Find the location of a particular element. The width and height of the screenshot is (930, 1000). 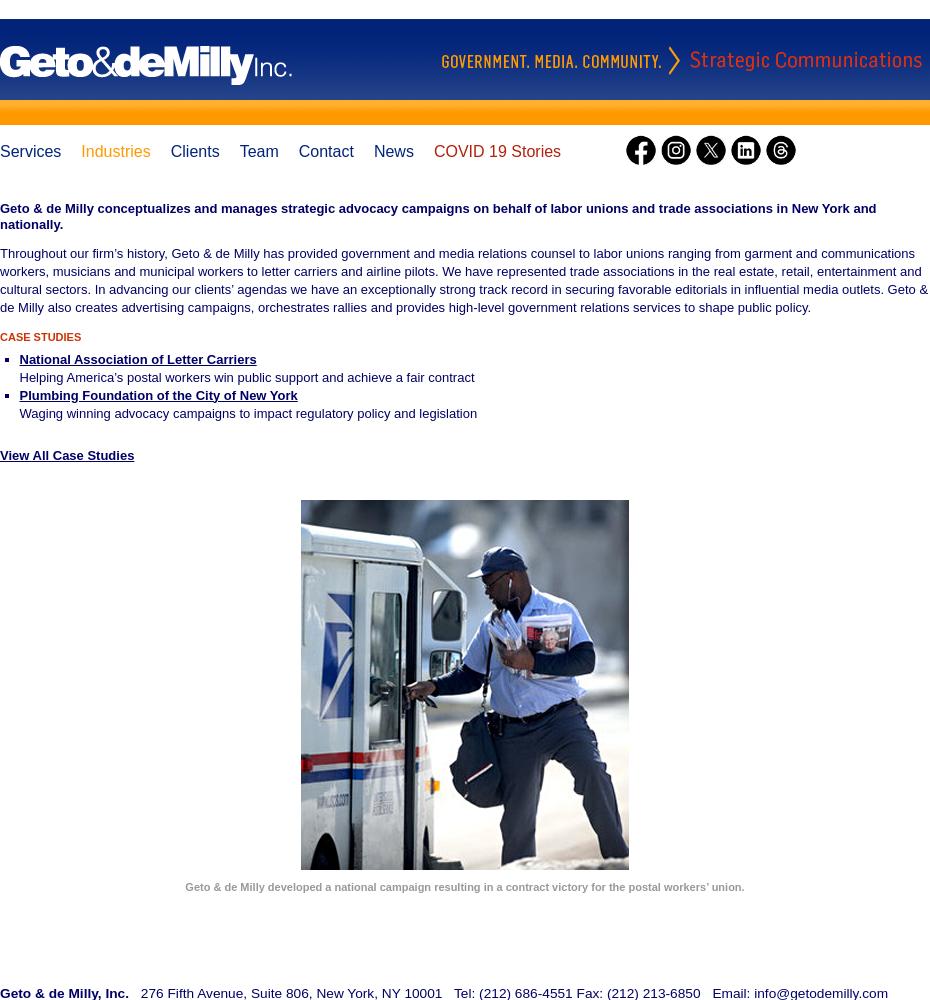

'National Association of Letter Carriers' is located at coordinates (137, 357).